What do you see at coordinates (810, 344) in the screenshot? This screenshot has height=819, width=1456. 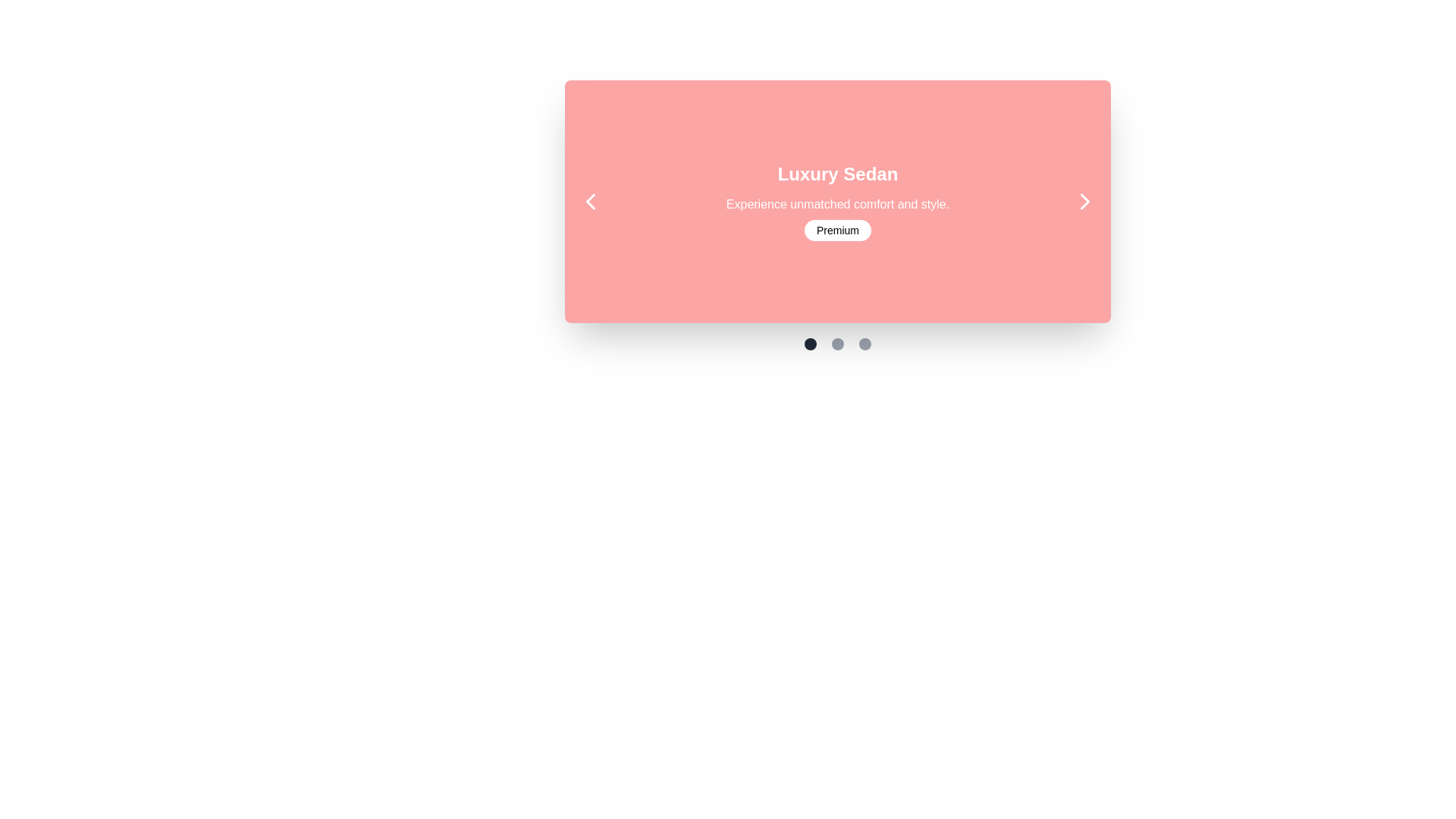 I see `the first circular navigation button located at the bottom-center of the interface beneath the 'Luxury Sedan' content card` at bounding box center [810, 344].